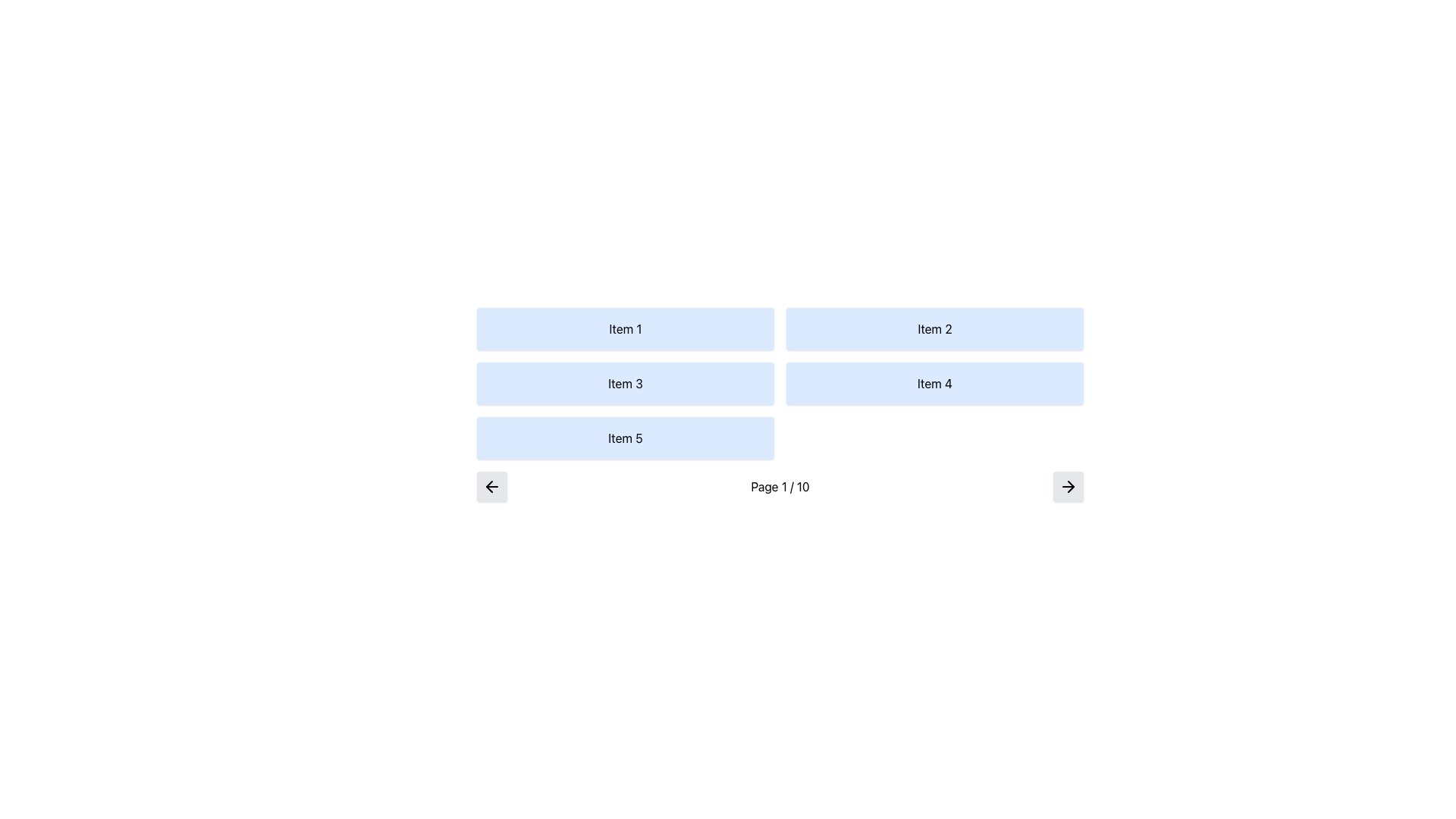  What do you see at coordinates (491, 486) in the screenshot?
I see `the navigation button located at the far left of the navigation bar at the bottom of the page to change its background color` at bounding box center [491, 486].